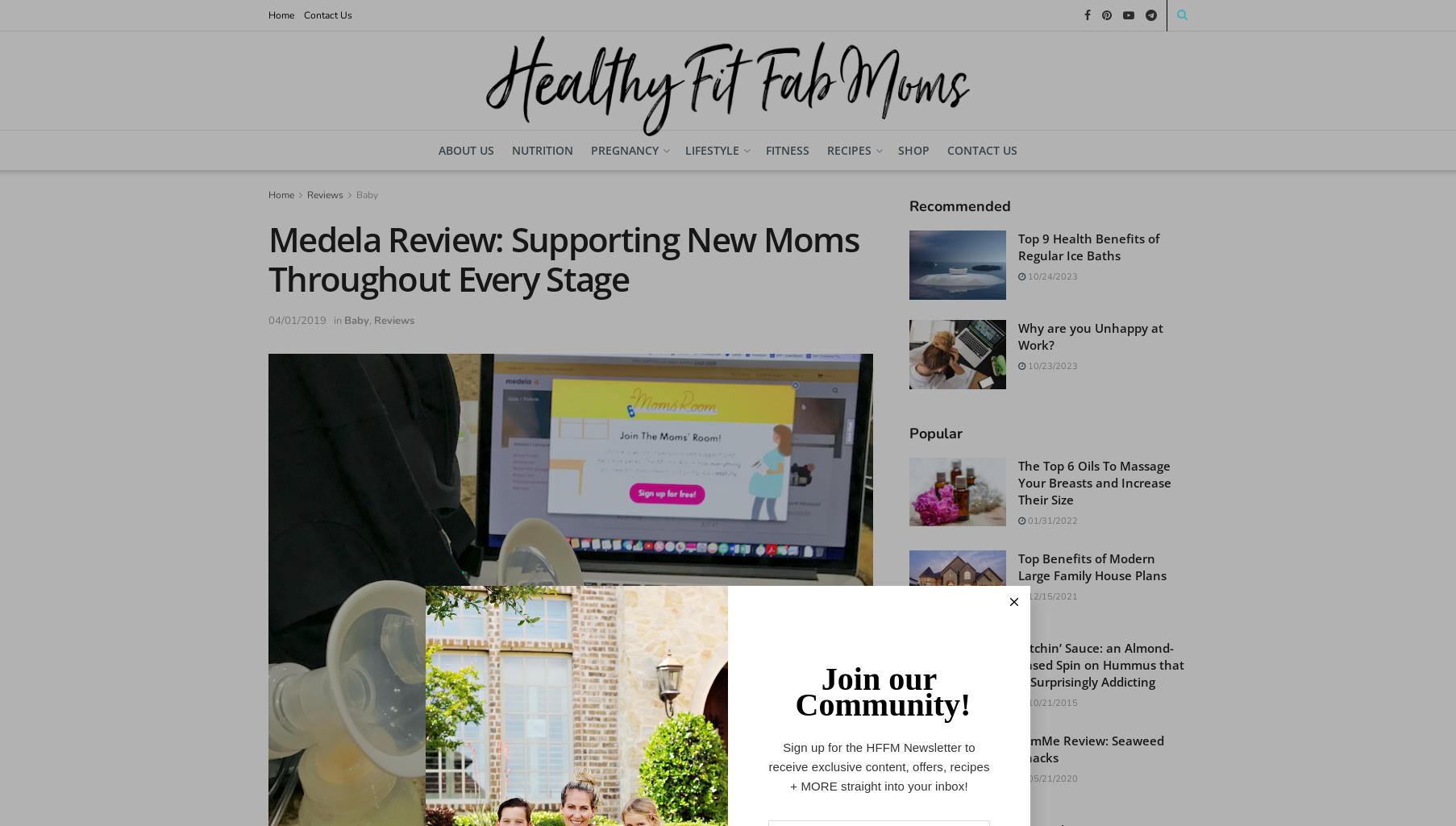 The image size is (1456, 826). What do you see at coordinates (1050, 778) in the screenshot?
I see `'05/21/2020'` at bounding box center [1050, 778].